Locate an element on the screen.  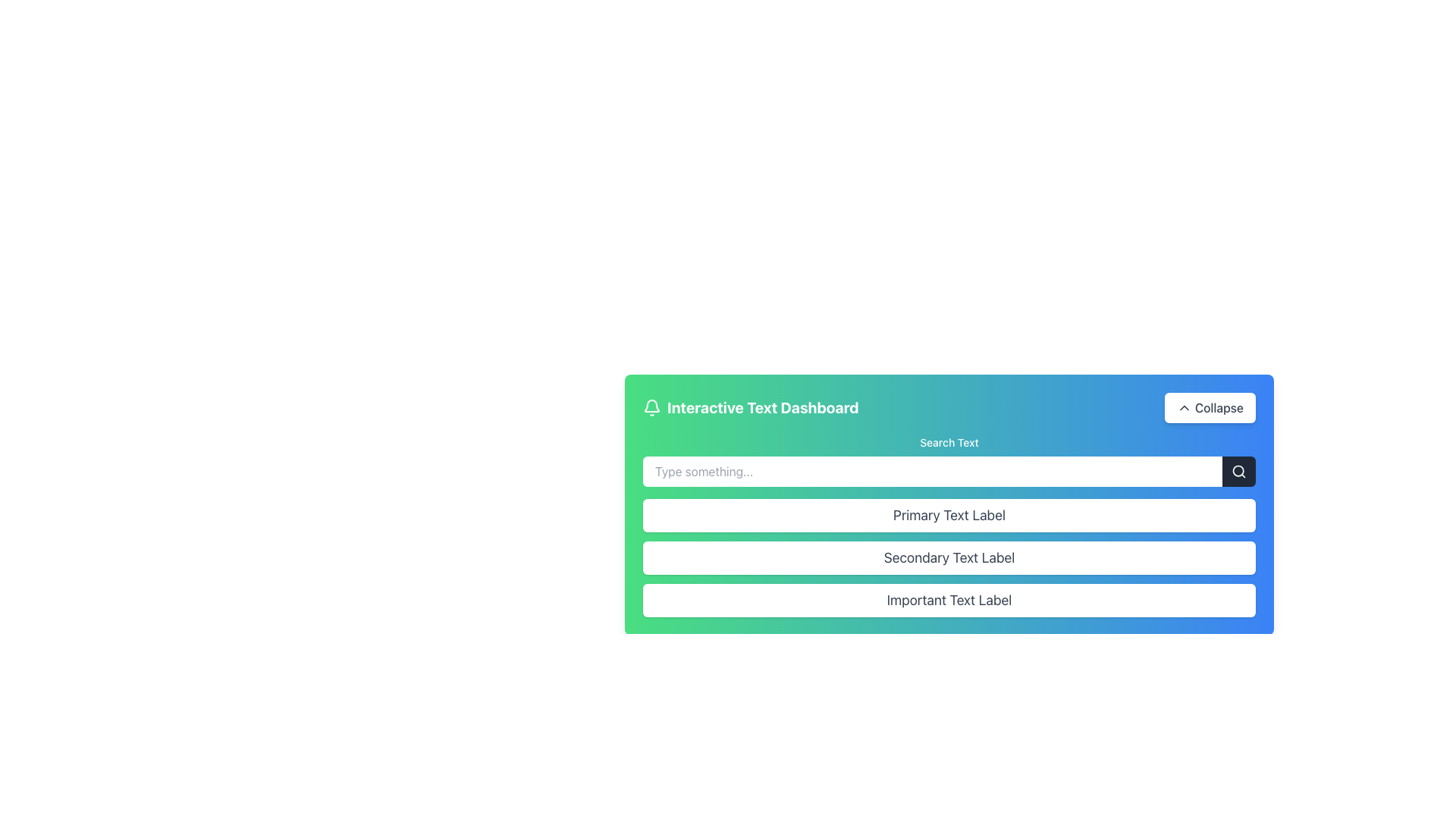
the SVG Circle element that visually represents a magnifying glass lens, which is part of a search icon located towards the right side of the search input field is located at coordinates (1238, 470).